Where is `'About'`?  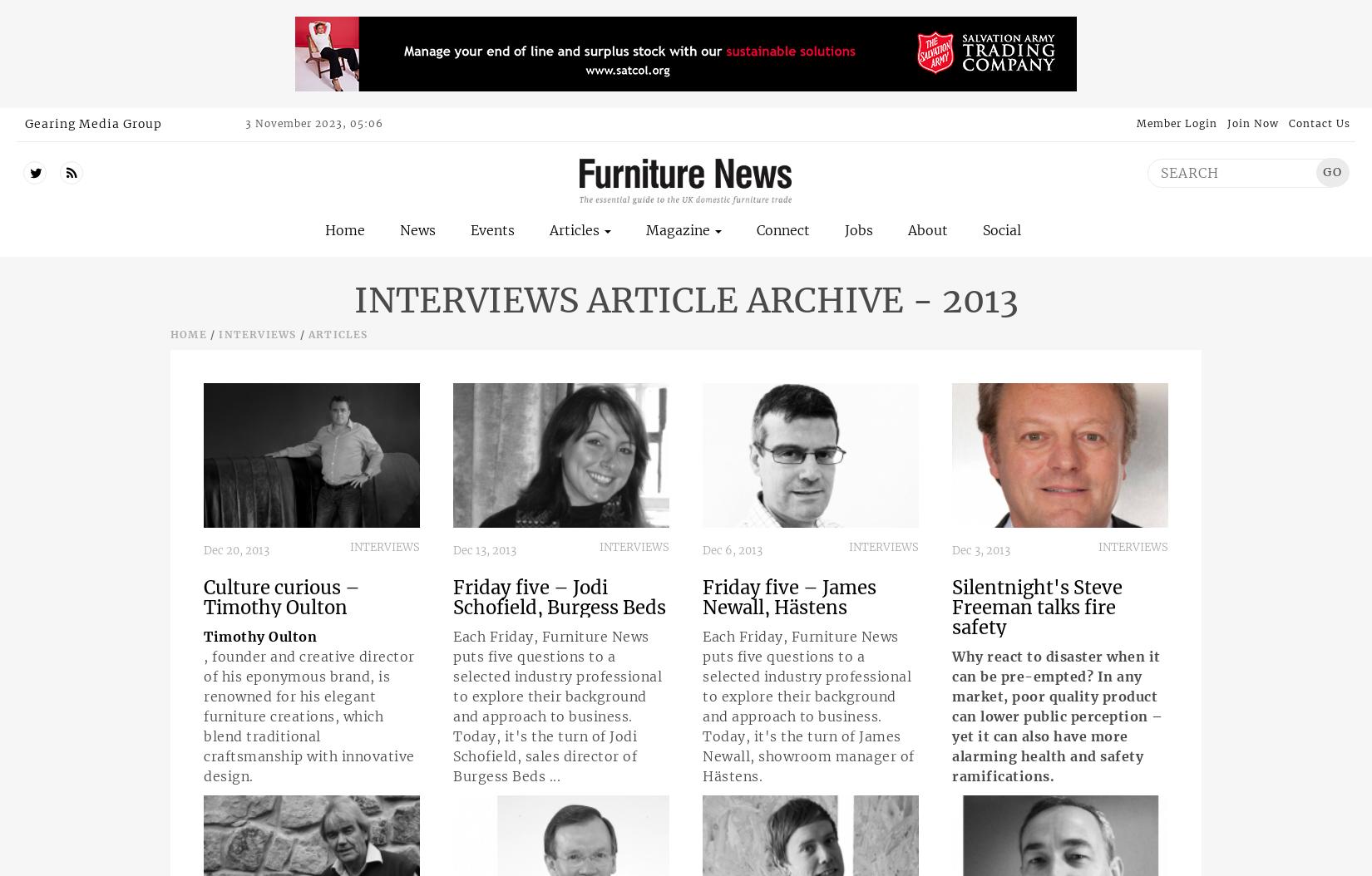 'About' is located at coordinates (928, 229).